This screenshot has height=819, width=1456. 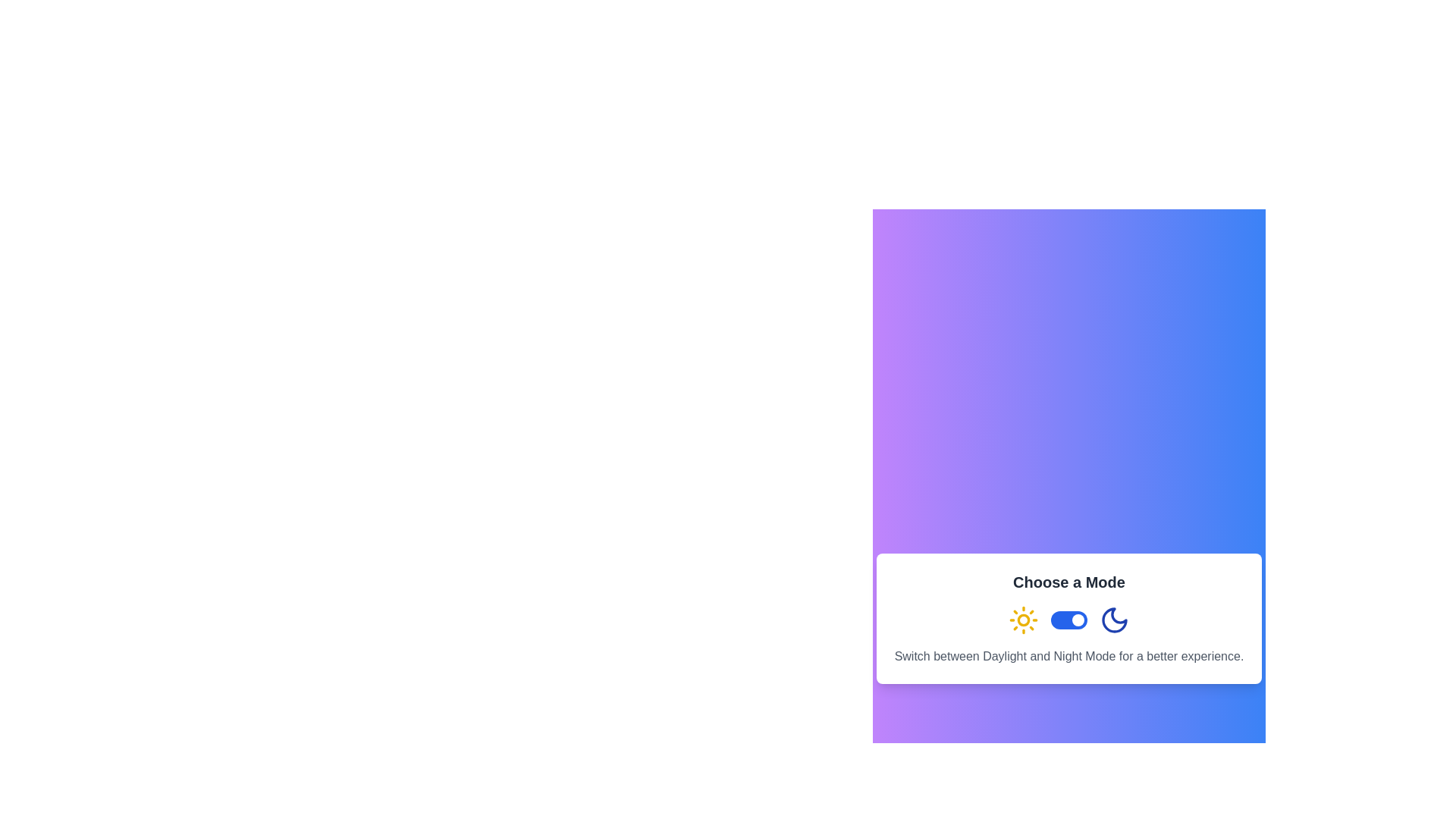 I want to click on the vibrant yellow sun icon representing daylight mode, located in the center-left position of a horizontally arranged group, below the heading 'Choose a Mode', so click(x=1023, y=620).